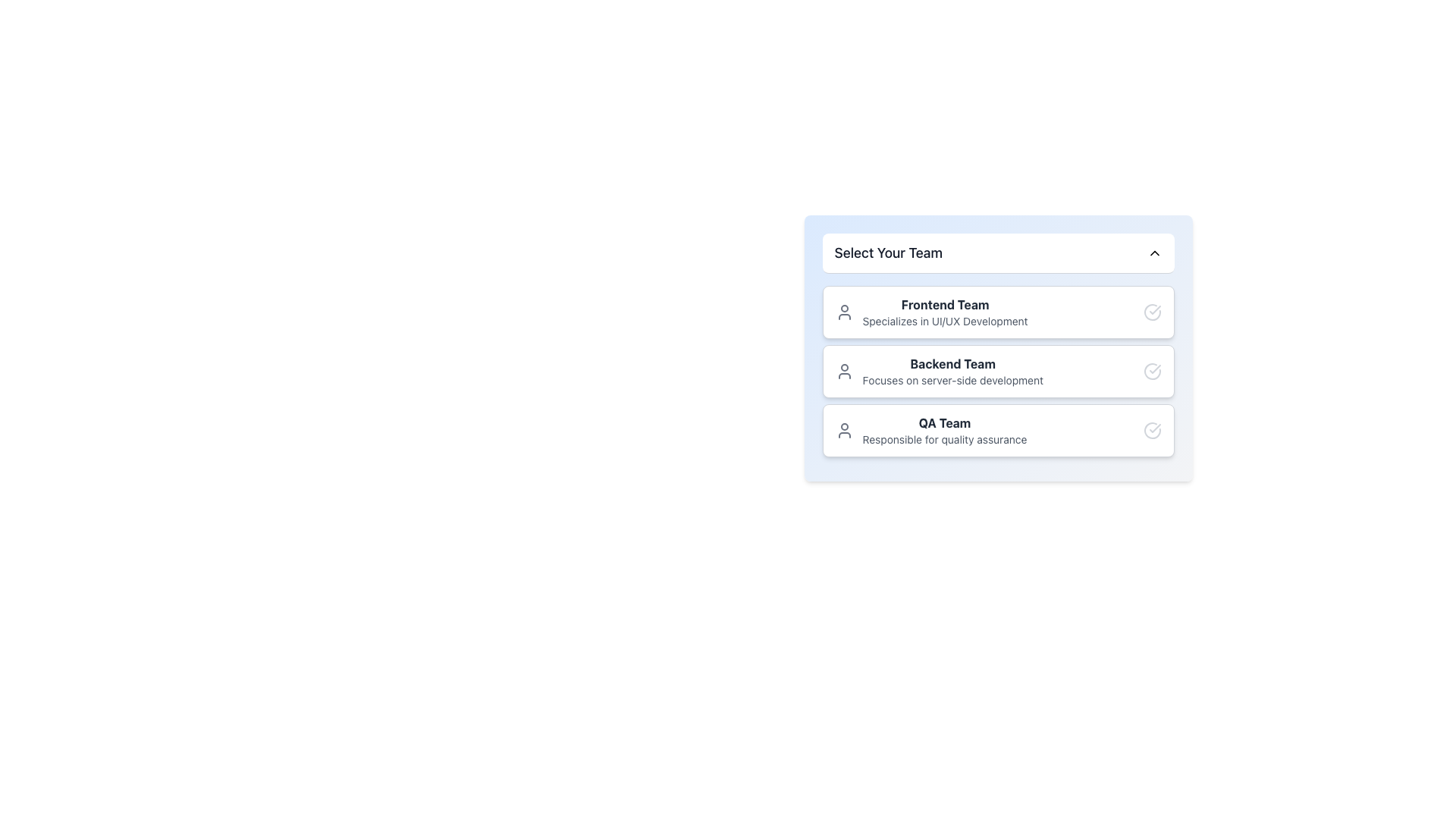  Describe the element at coordinates (944, 304) in the screenshot. I see `the 'Frontend Team' text label to focus on the team details, which is styled in bold dark gray and positioned at the top of the section under 'Select Your Team.'` at that location.